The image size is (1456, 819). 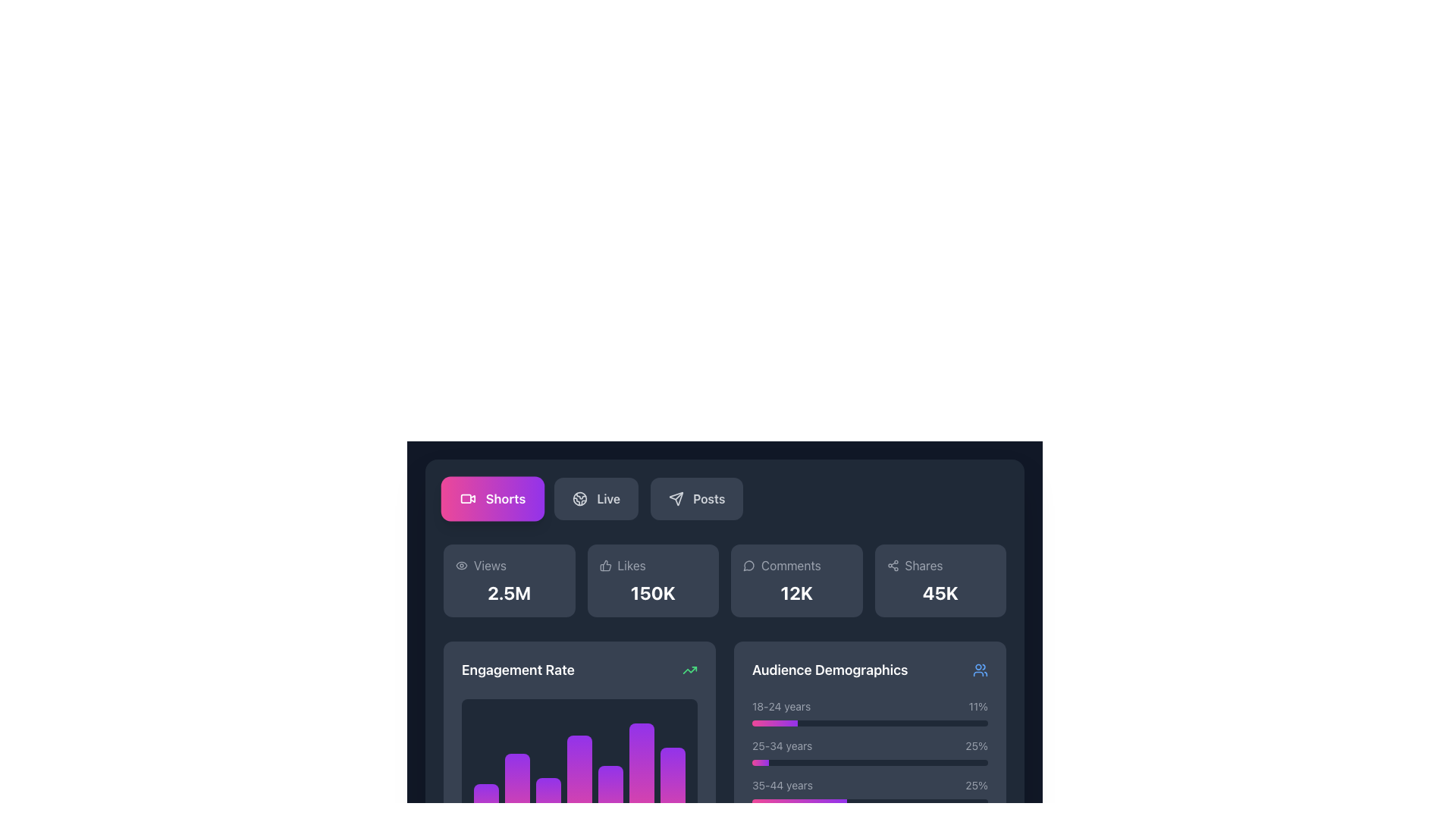 What do you see at coordinates (799, 801) in the screenshot?
I see `the gradient portion of the Progress bar that represents the '35-44 years' age group in the 'Audience Demographics' section` at bounding box center [799, 801].